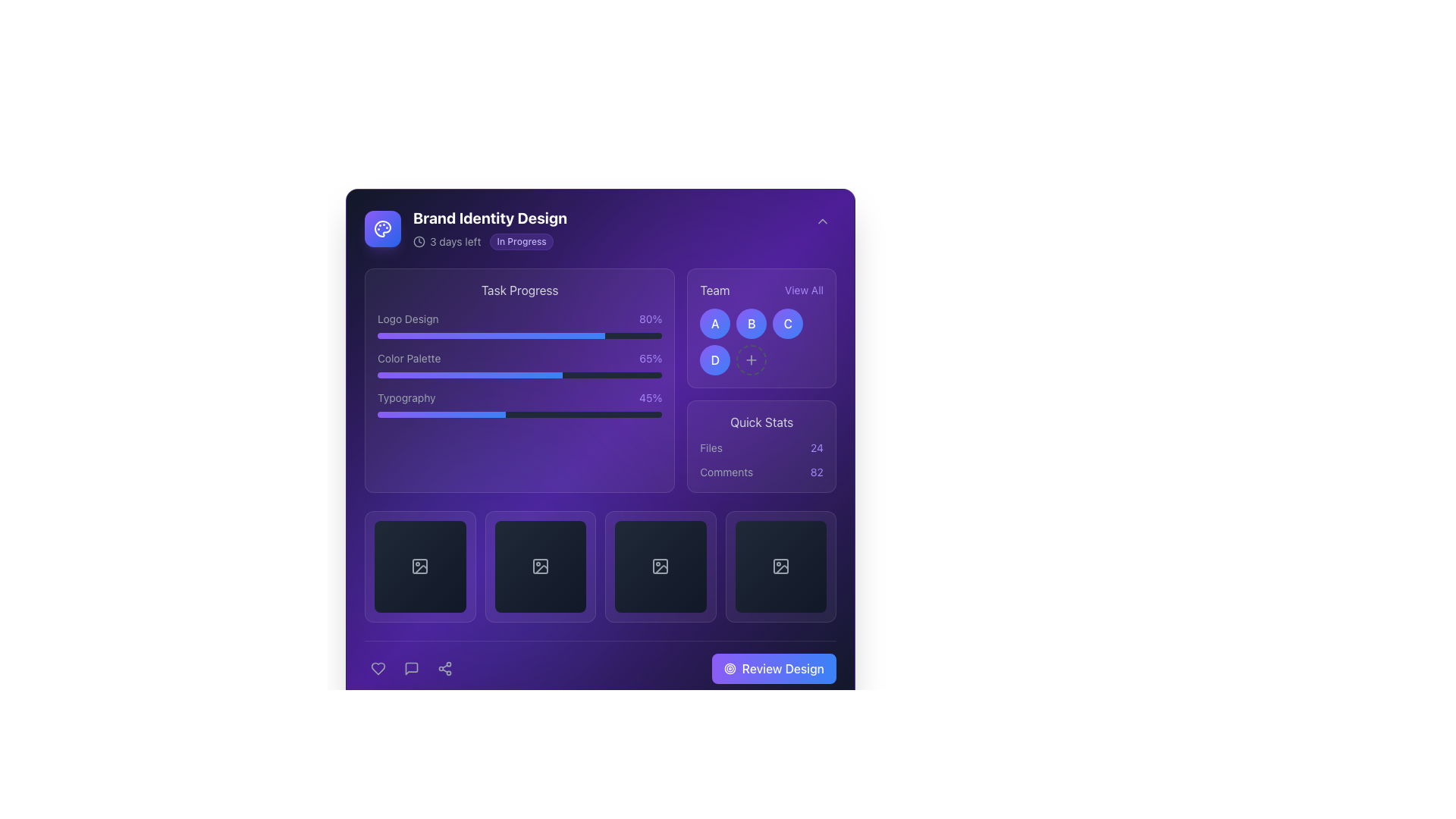 The image size is (1456, 819). What do you see at coordinates (519, 335) in the screenshot?
I see `the first horizontal progress bar in the 'Task Progress' section, which is adjacent to the 'Logo Design' label and indicates an 80% completion with a gradient from violet to blue` at bounding box center [519, 335].